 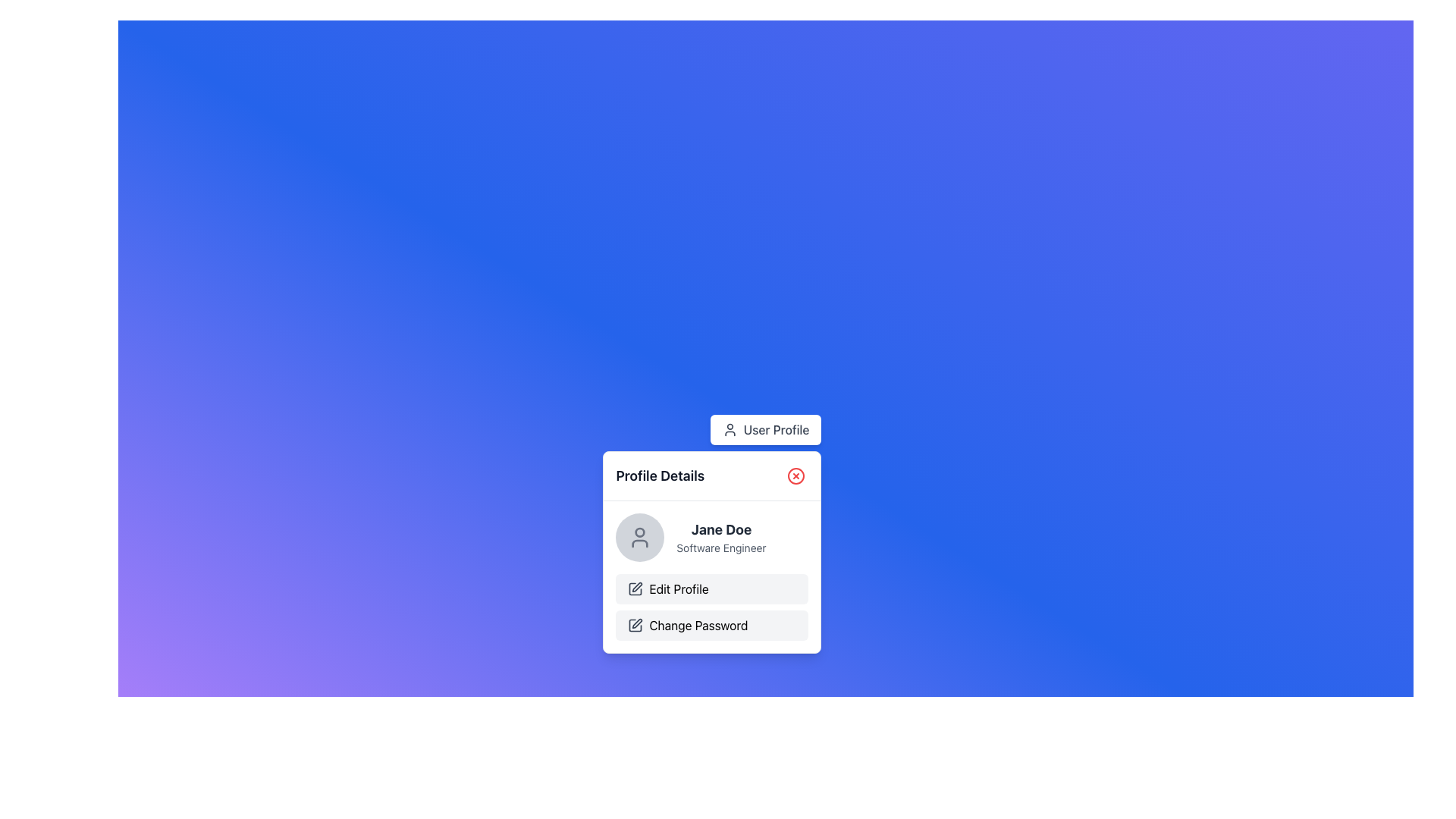 What do you see at coordinates (635, 626) in the screenshot?
I see `the pen icon within the 'Change Password' button, which is positioned at the bottom of the 'Profile Details' card` at bounding box center [635, 626].